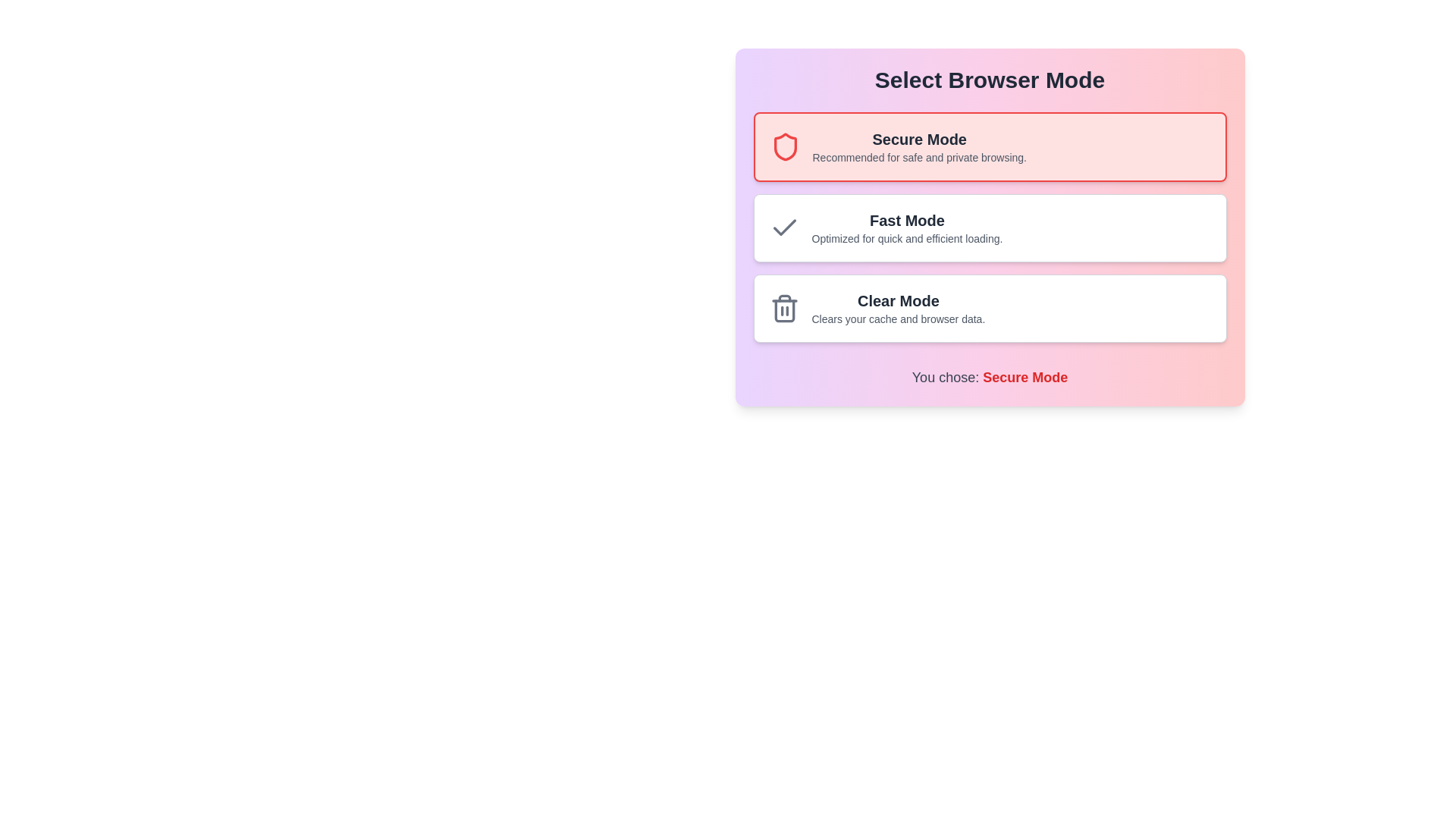 This screenshot has height=819, width=1456. I want to click on the 'Fast Mode' option icon to toggle its state, which is visually indicated by the icon being placed to the left of the text 'Fast Mode' in the selection panel, so click(784, 227).